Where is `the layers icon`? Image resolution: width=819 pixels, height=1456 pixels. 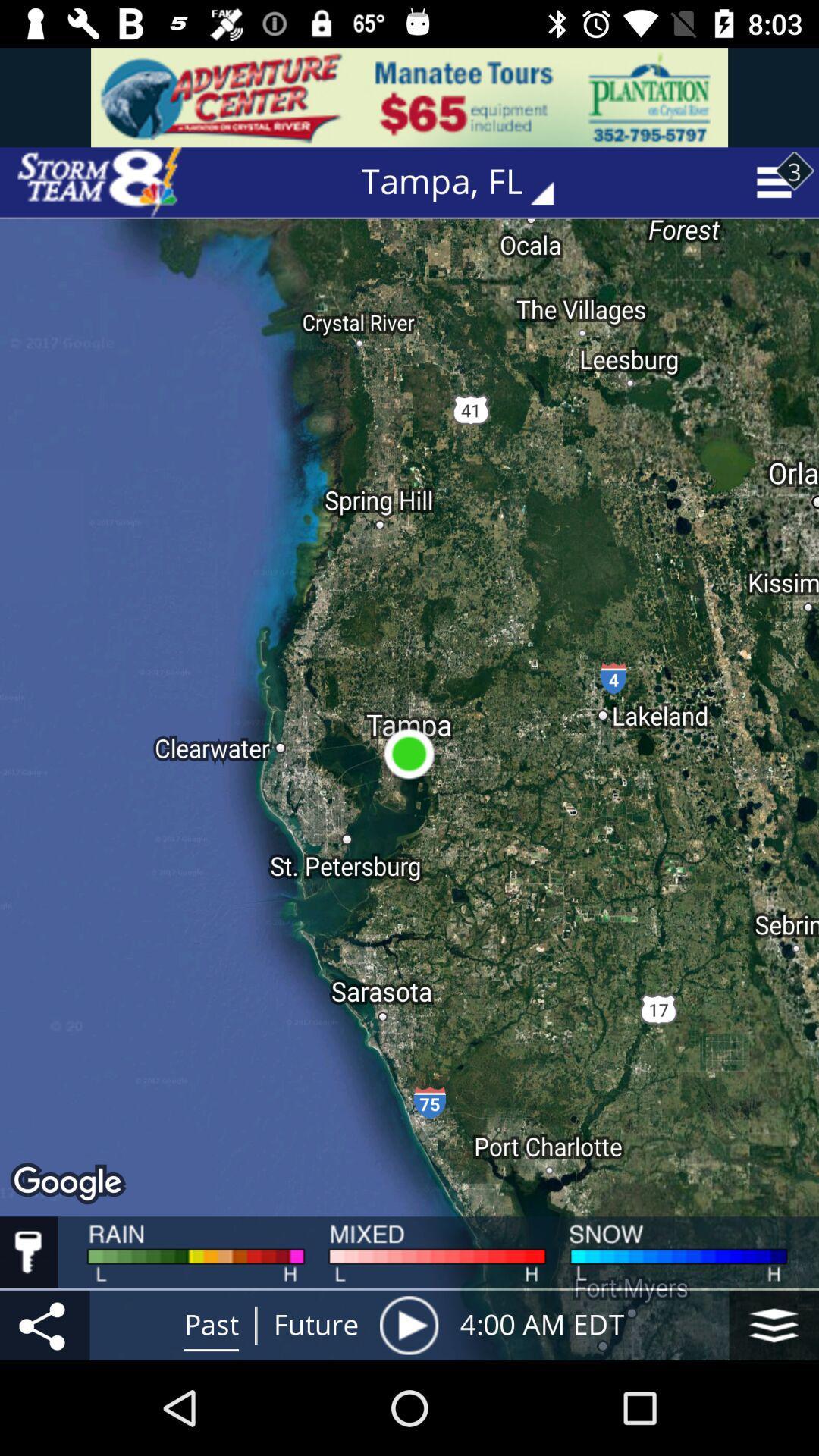 the layers icon is located at coordinates (773, 1324).